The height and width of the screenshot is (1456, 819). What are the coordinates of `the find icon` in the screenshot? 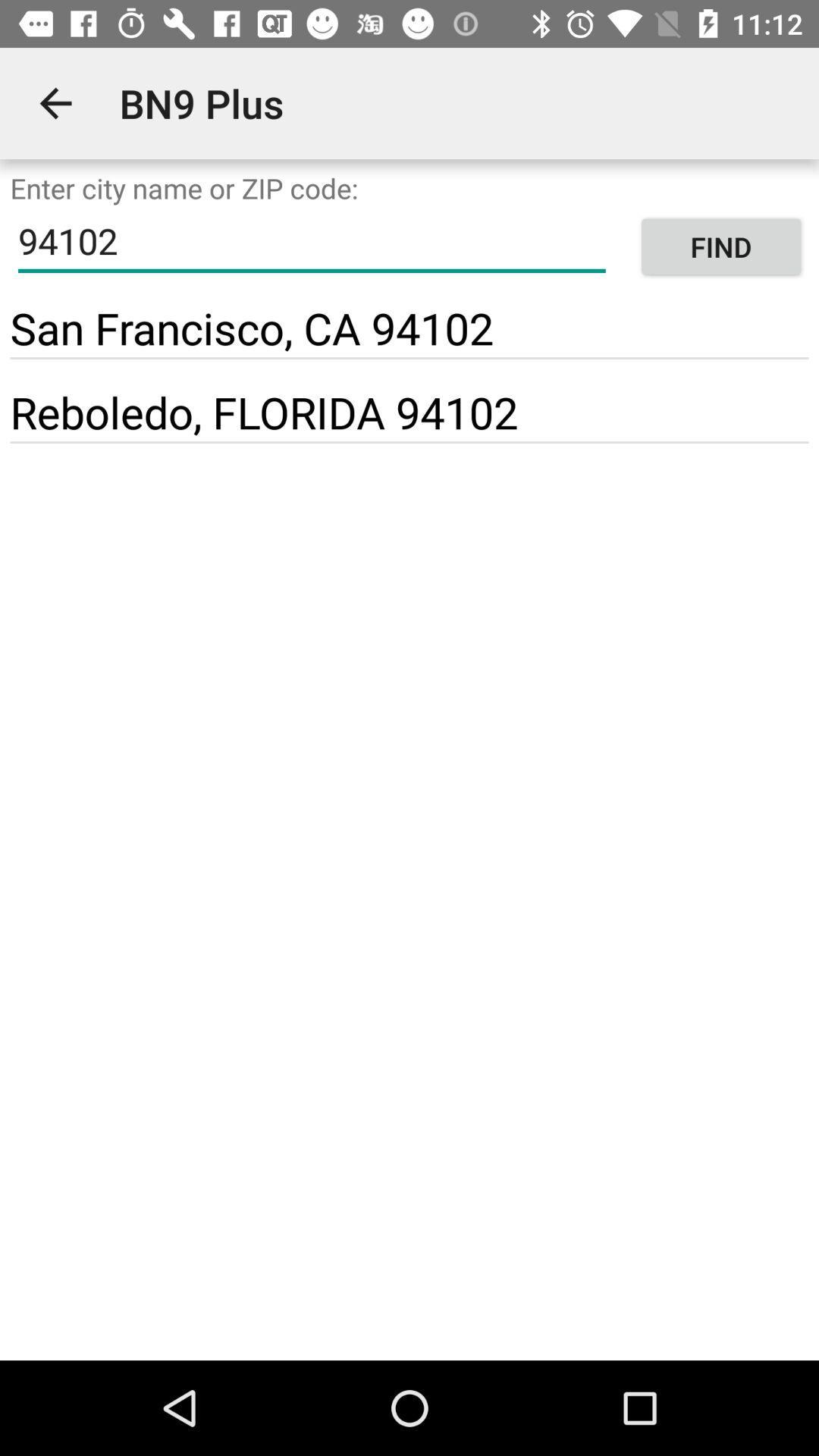 It's located at (720, 246).